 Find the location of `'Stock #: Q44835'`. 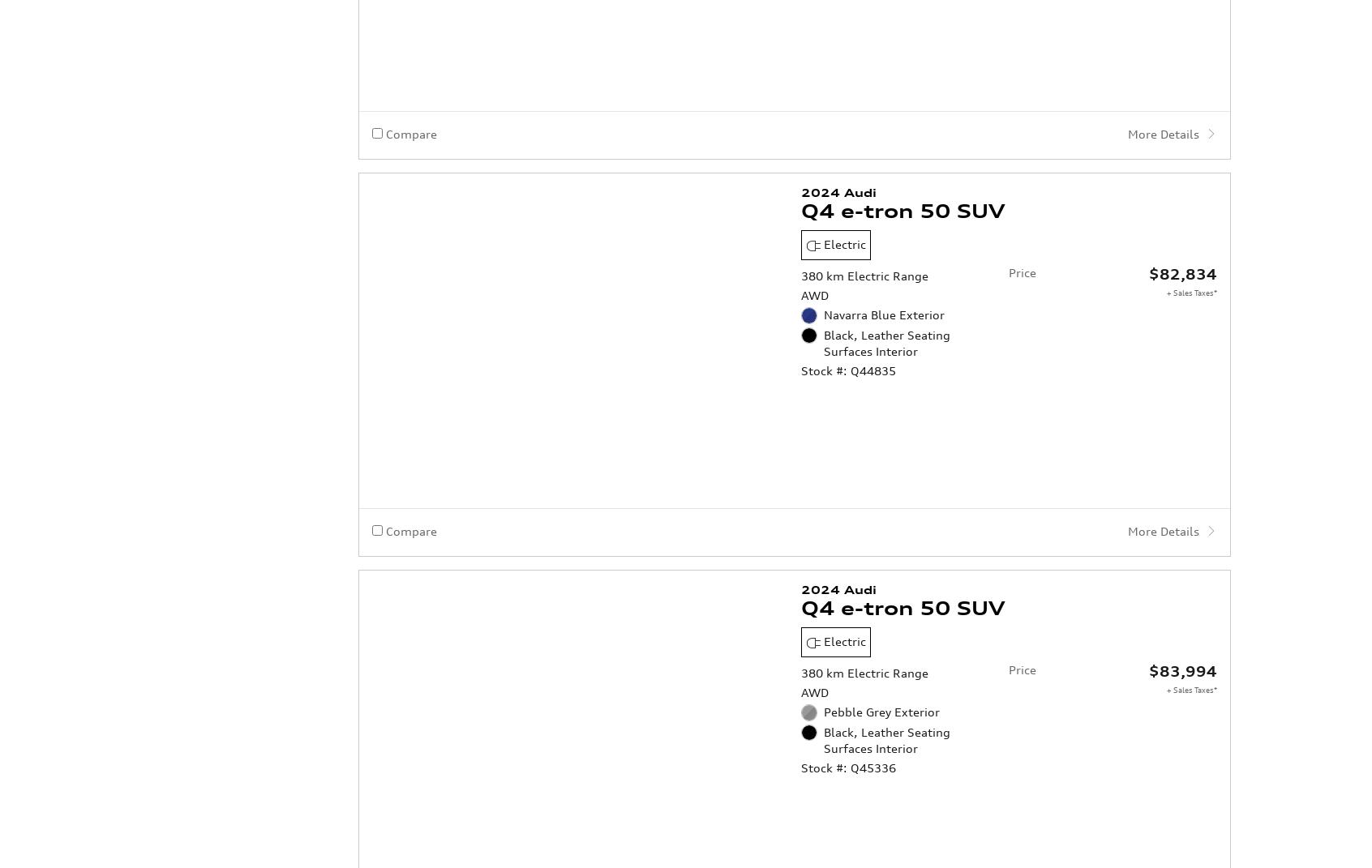

'Stock #: Q44835' is located at coordinates (847, 240).